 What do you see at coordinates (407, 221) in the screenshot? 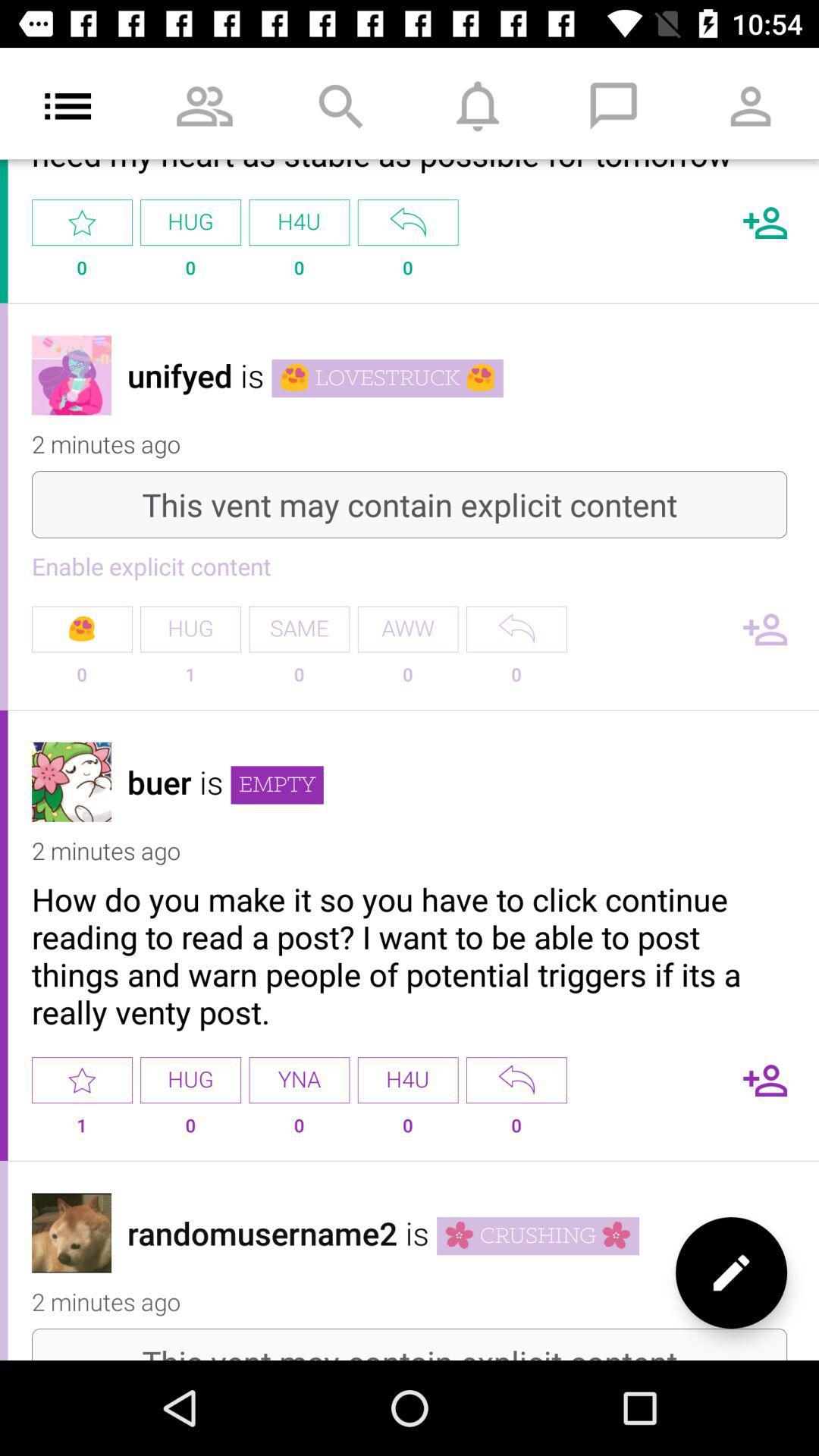
I see `the icon below please let s item` at bounding box center [407, 221].